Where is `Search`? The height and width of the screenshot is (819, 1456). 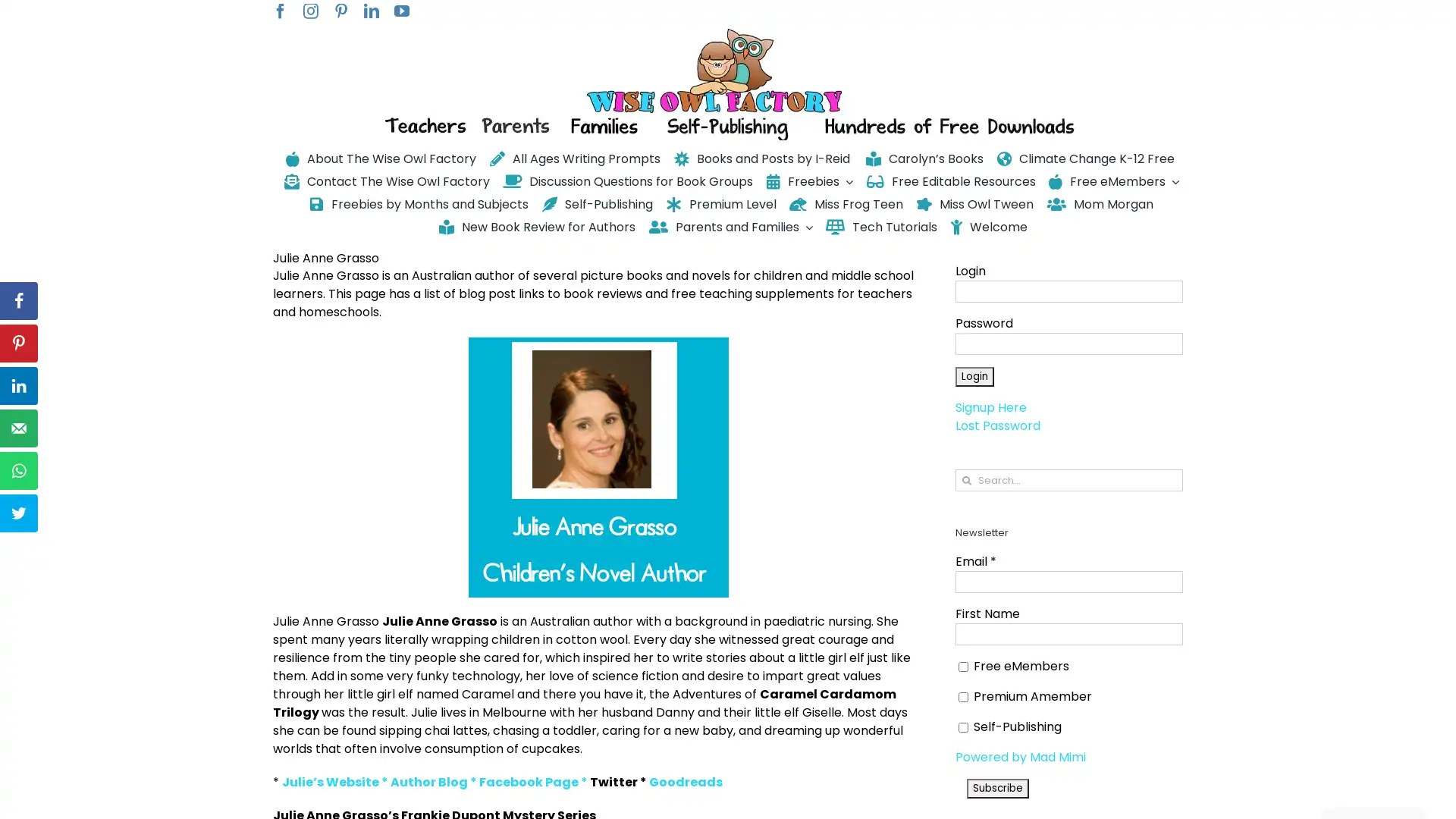
Search is located at coordinates (965, 480).